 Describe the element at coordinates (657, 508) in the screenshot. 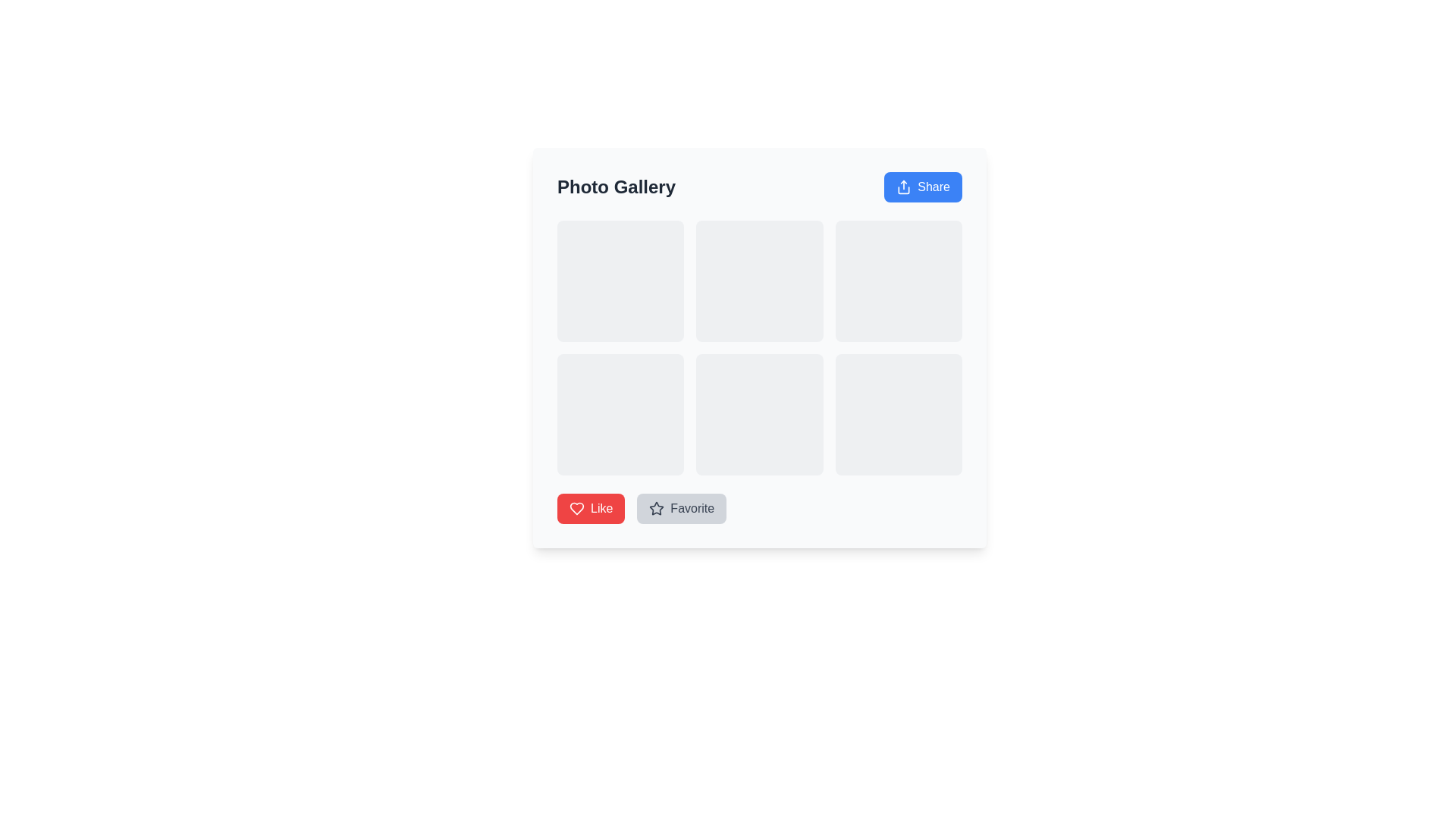

I see `the star icon in the bottom-right corner of the photo gallery interface` at that location.